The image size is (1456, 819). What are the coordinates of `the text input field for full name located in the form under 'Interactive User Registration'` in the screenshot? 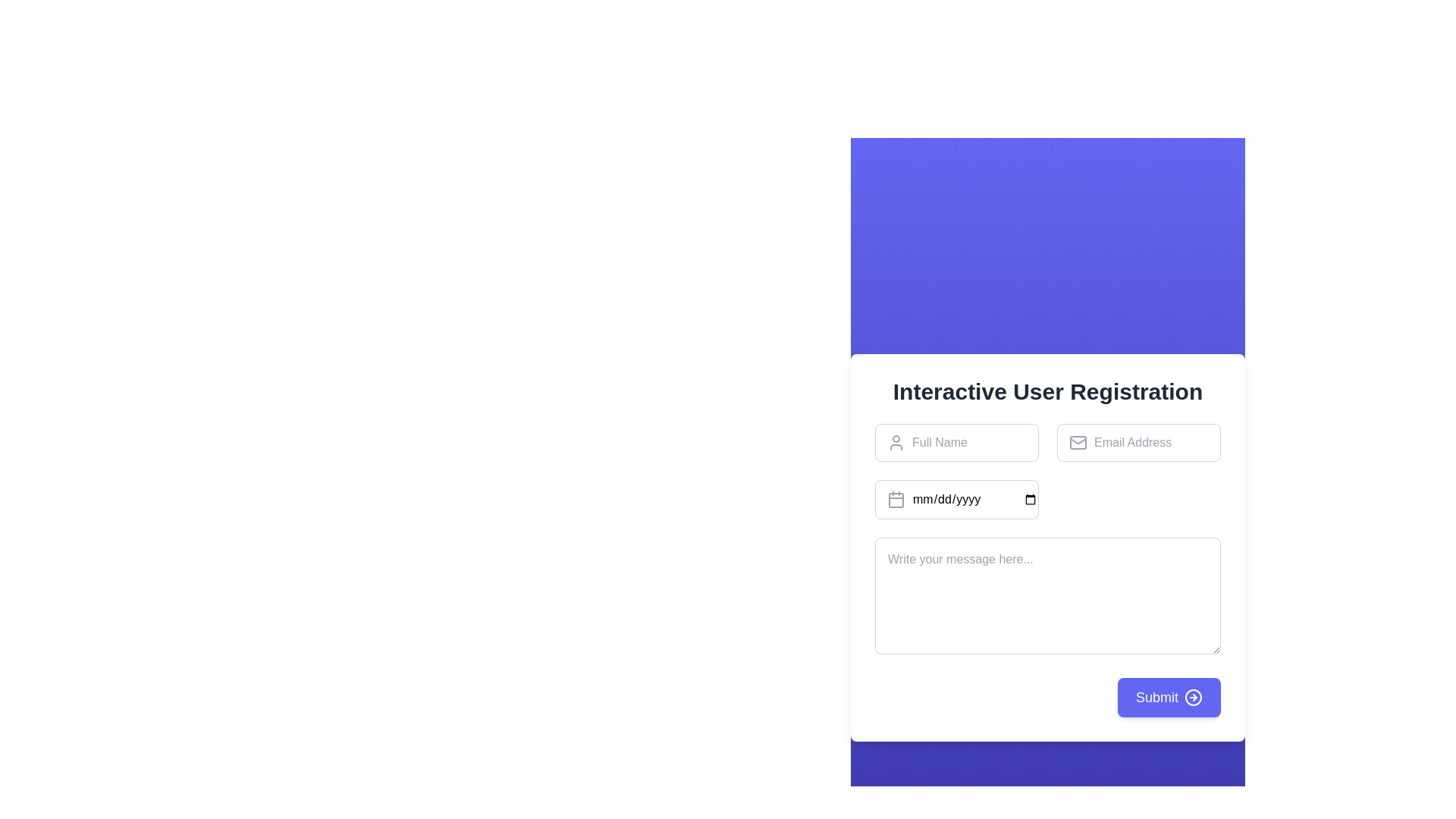 It's located at (956, 442).